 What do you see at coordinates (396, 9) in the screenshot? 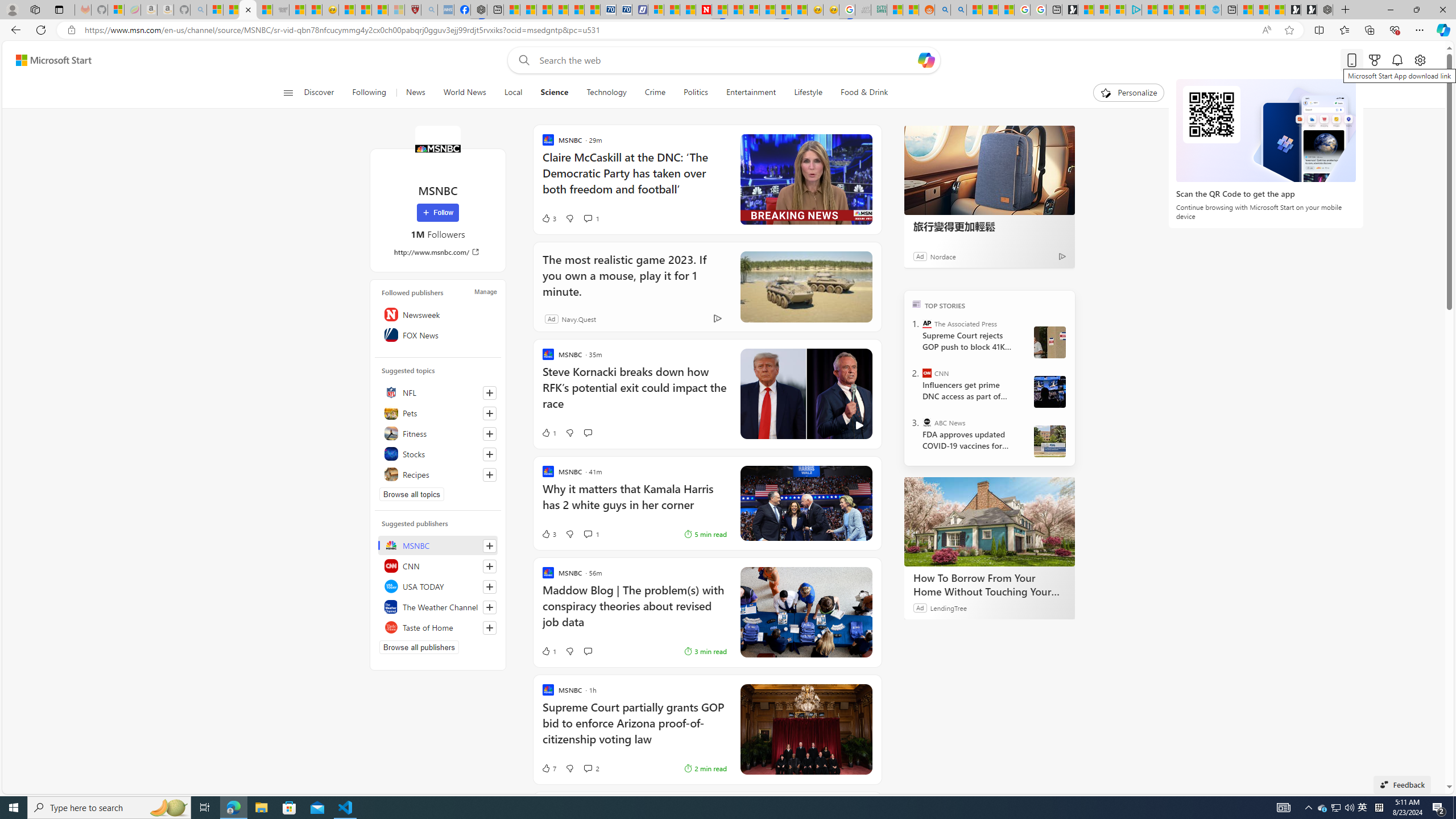
I see `'12 Popular Science Lies that Must be Corrected - Sleeping'` at bounding box center [396, 9].